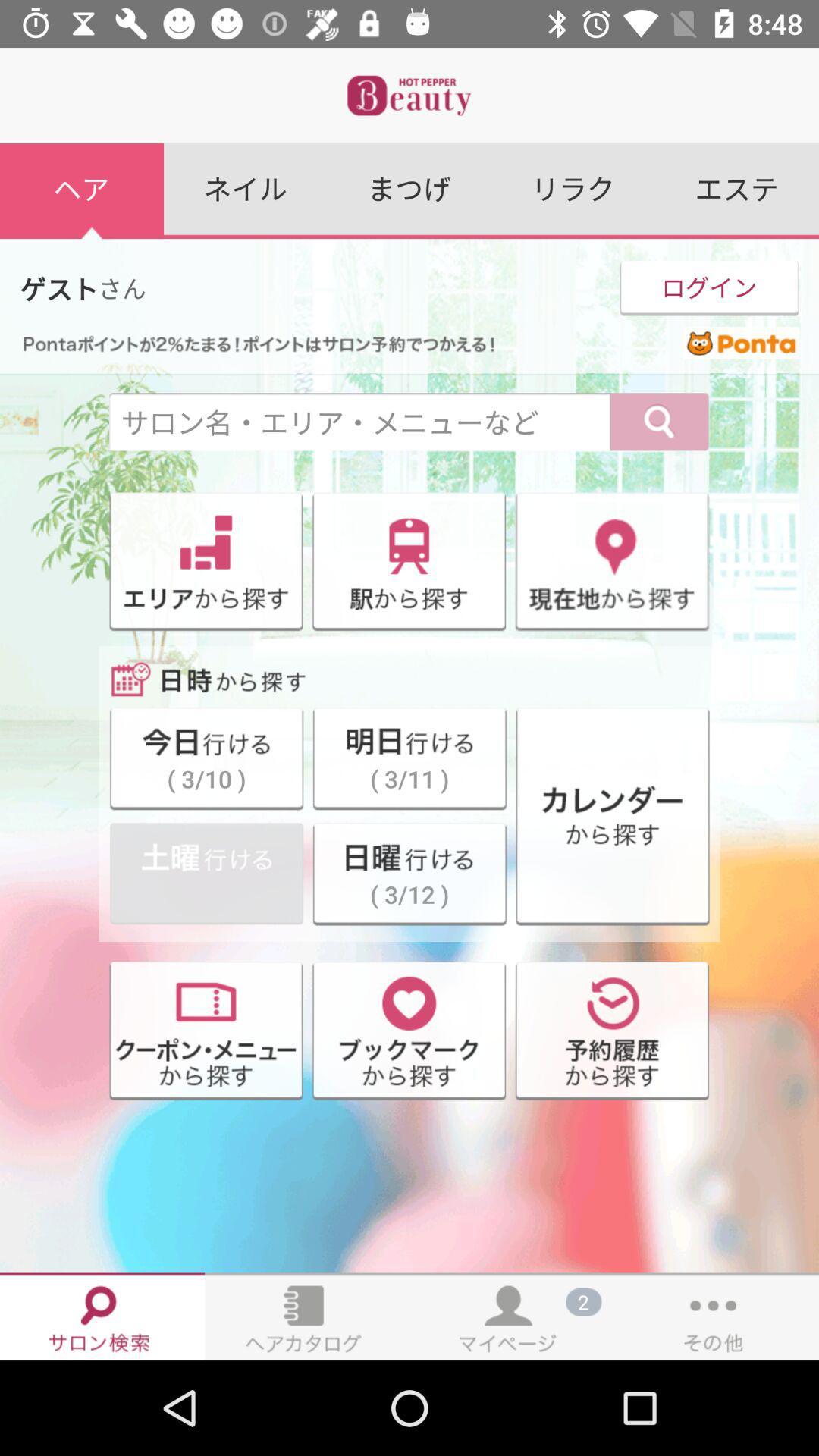 Image resolution: width=819 pixels, height=1456 pixels. I want to click on the search icon, so click(659, 422).